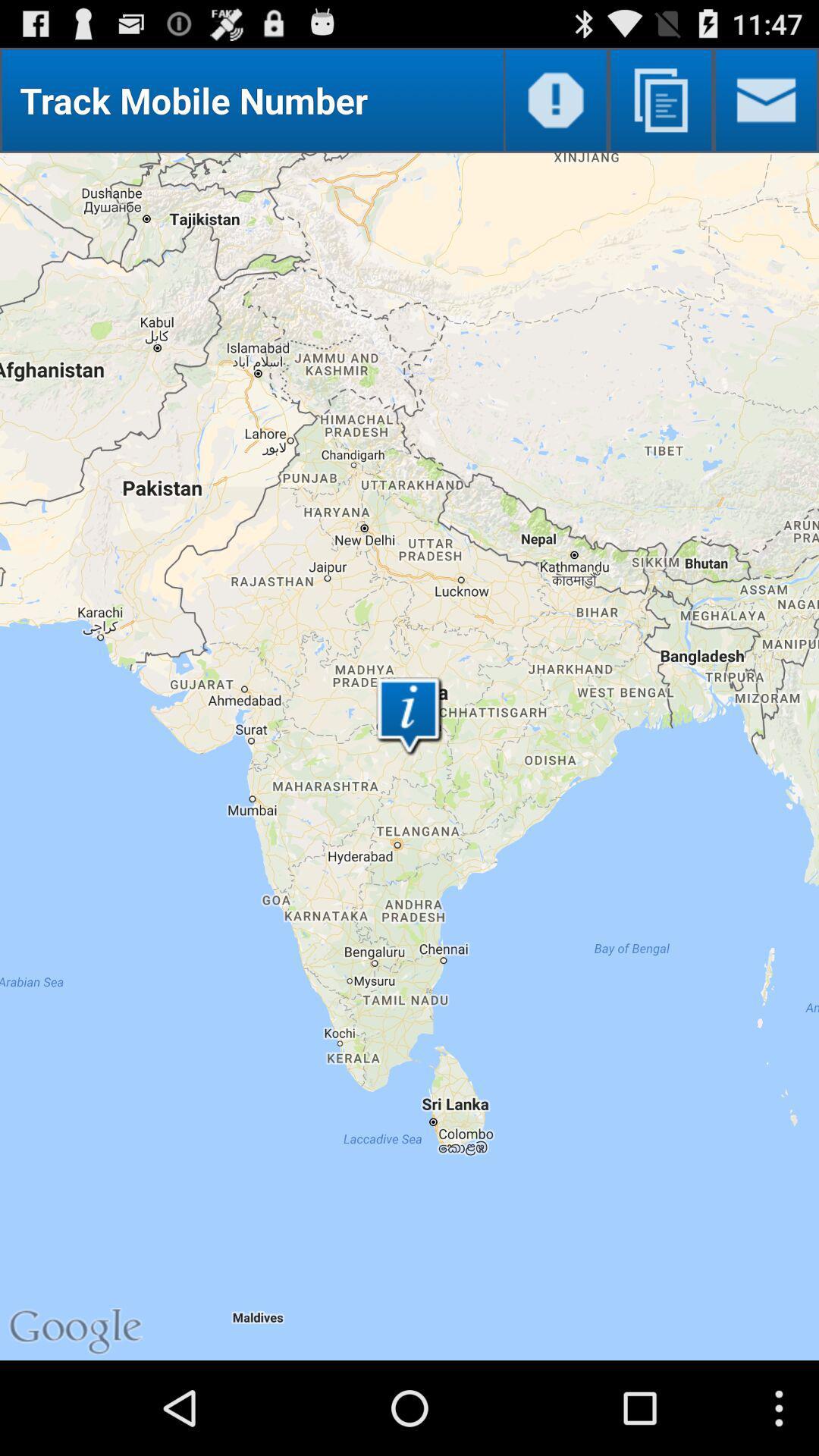  Describe the element at coordinates (766, 106) in the screenshot. I see `the email icon` at that location.